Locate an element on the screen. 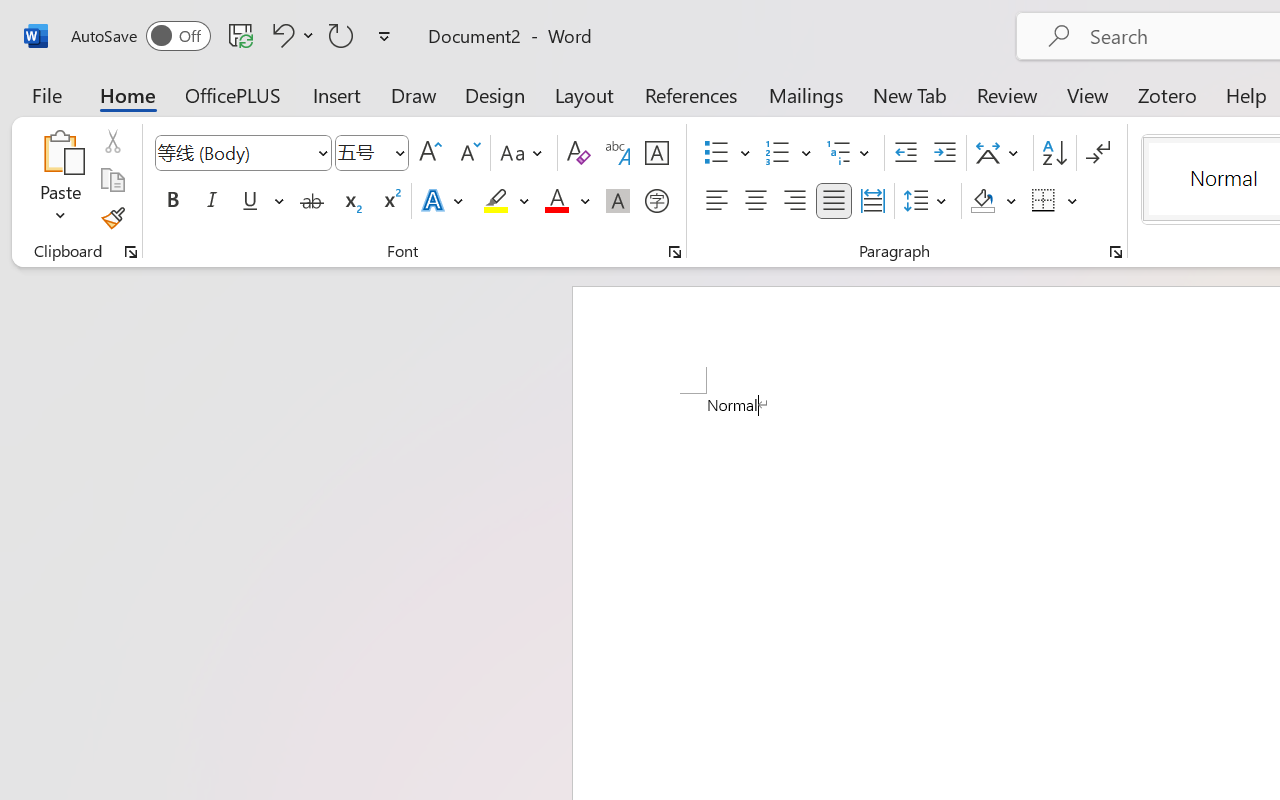 This screenshot has width=1280, height=800. 'View' is located at coordinates (1087, 94).